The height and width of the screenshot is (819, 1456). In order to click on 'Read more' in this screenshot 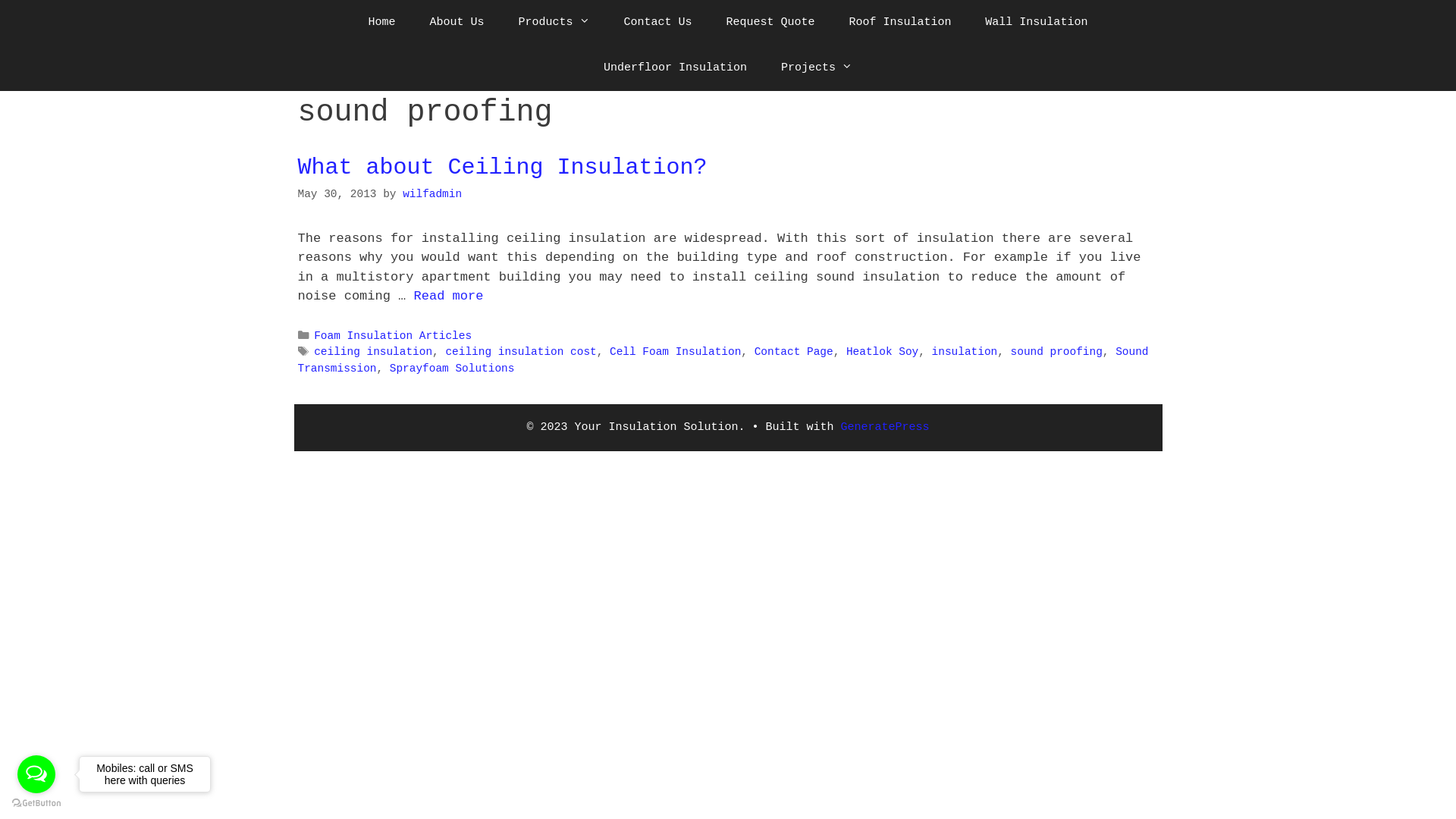, I will do `click(447, 296)`.